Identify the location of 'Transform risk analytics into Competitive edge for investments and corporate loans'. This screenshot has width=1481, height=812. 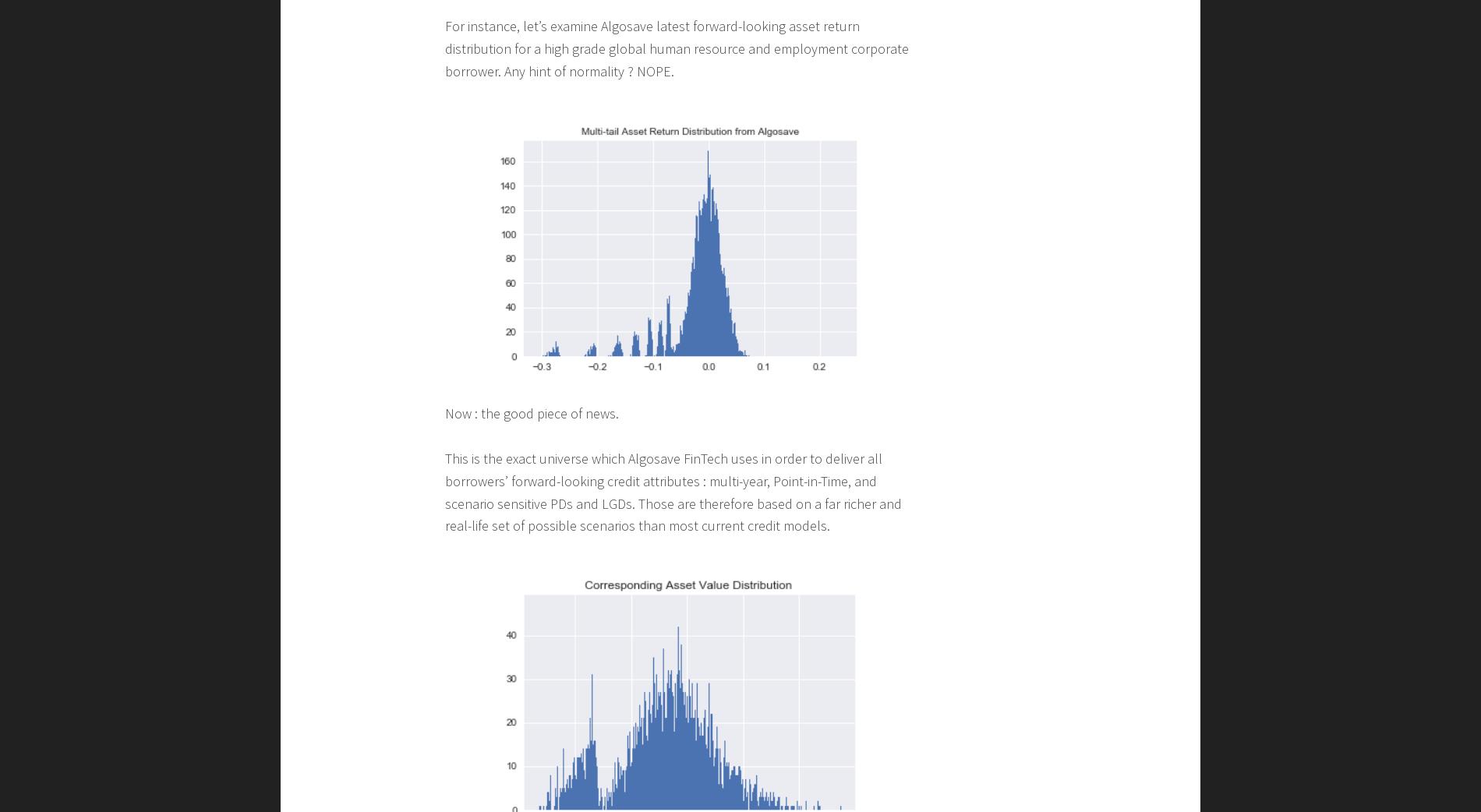
(668, 221).